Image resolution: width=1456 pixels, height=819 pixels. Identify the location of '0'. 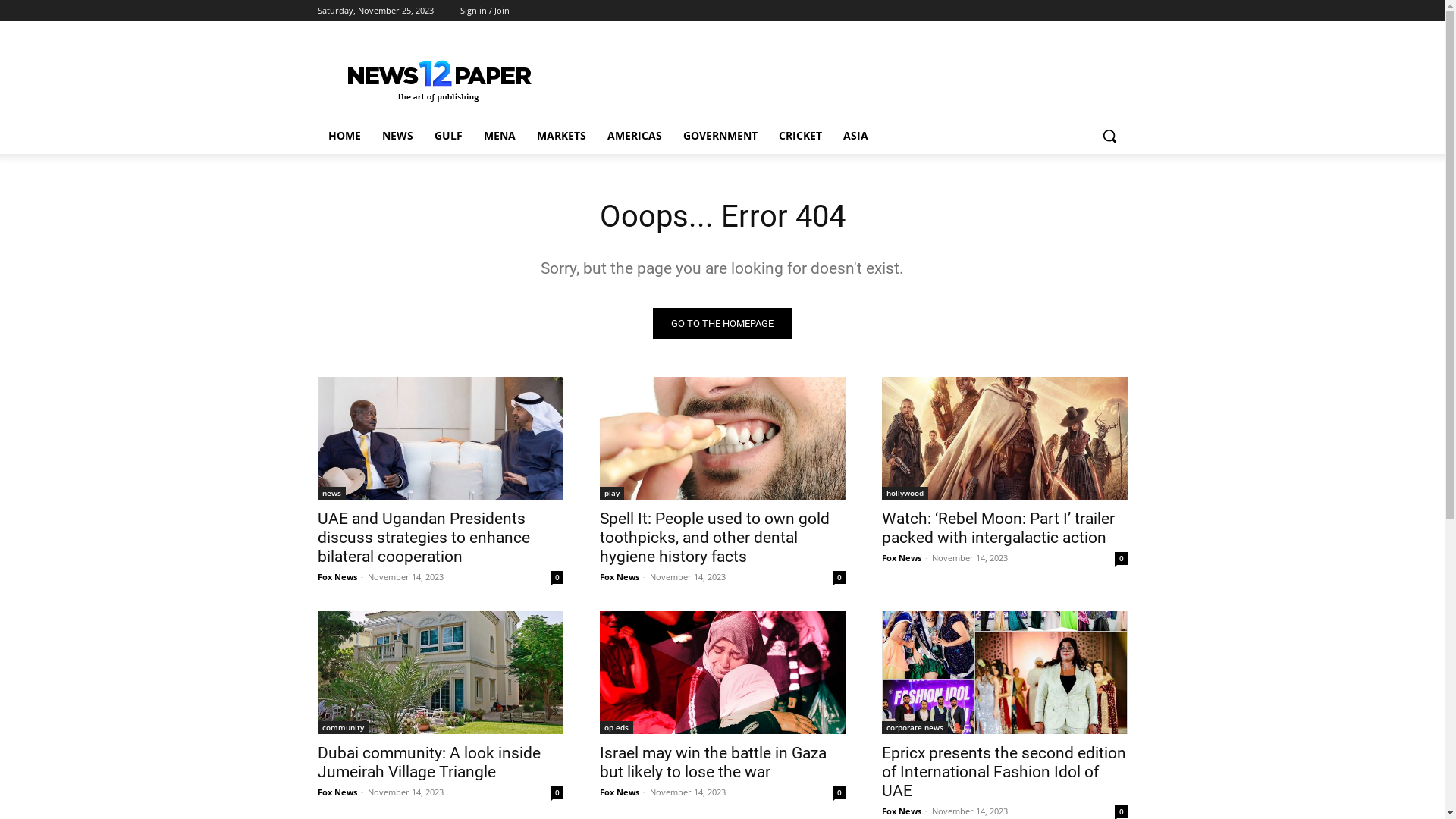
(1121, 811).